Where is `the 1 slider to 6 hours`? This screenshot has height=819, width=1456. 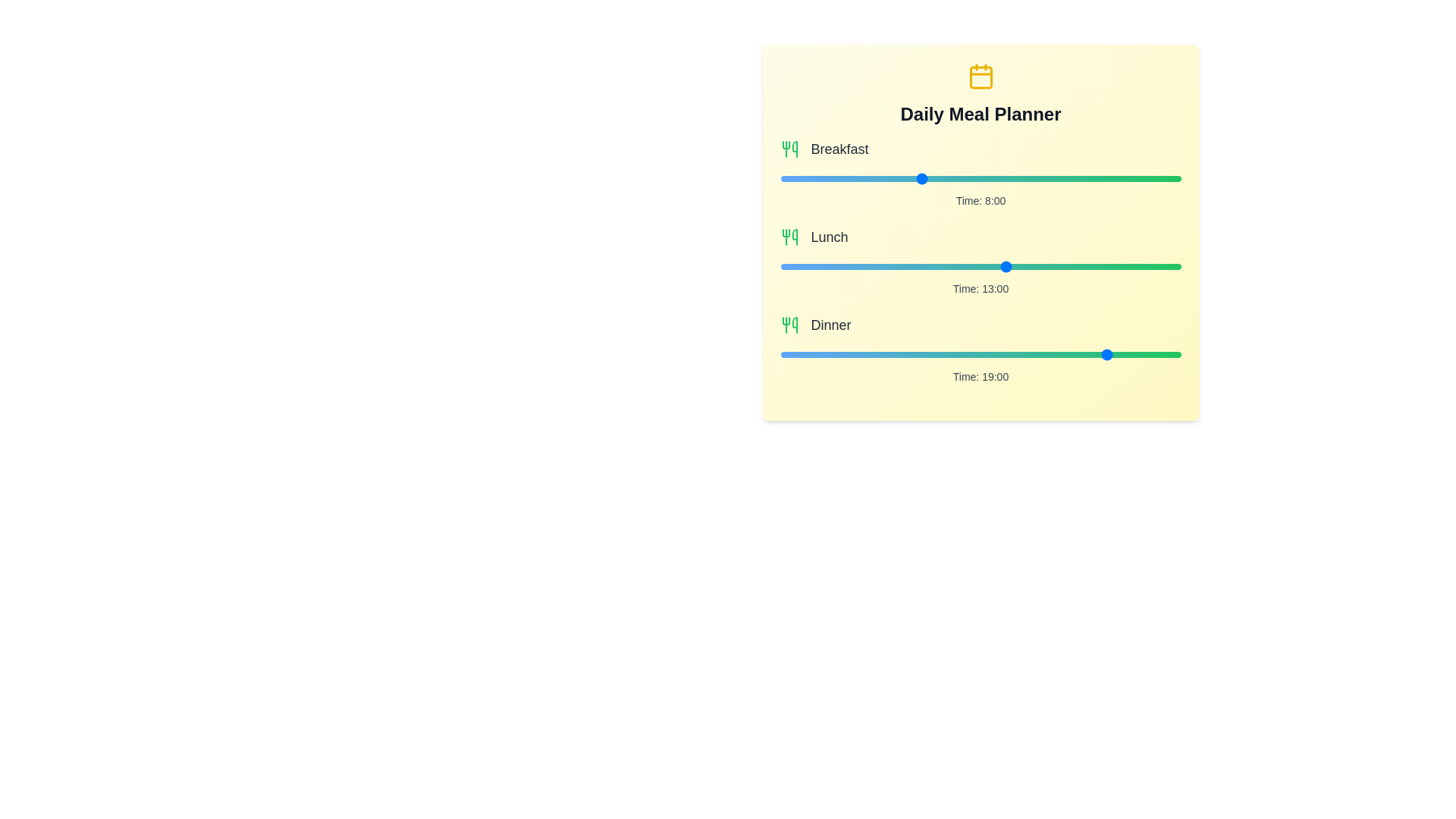 the 1 slider to 6 hours is located at coordinates (1084, 265).